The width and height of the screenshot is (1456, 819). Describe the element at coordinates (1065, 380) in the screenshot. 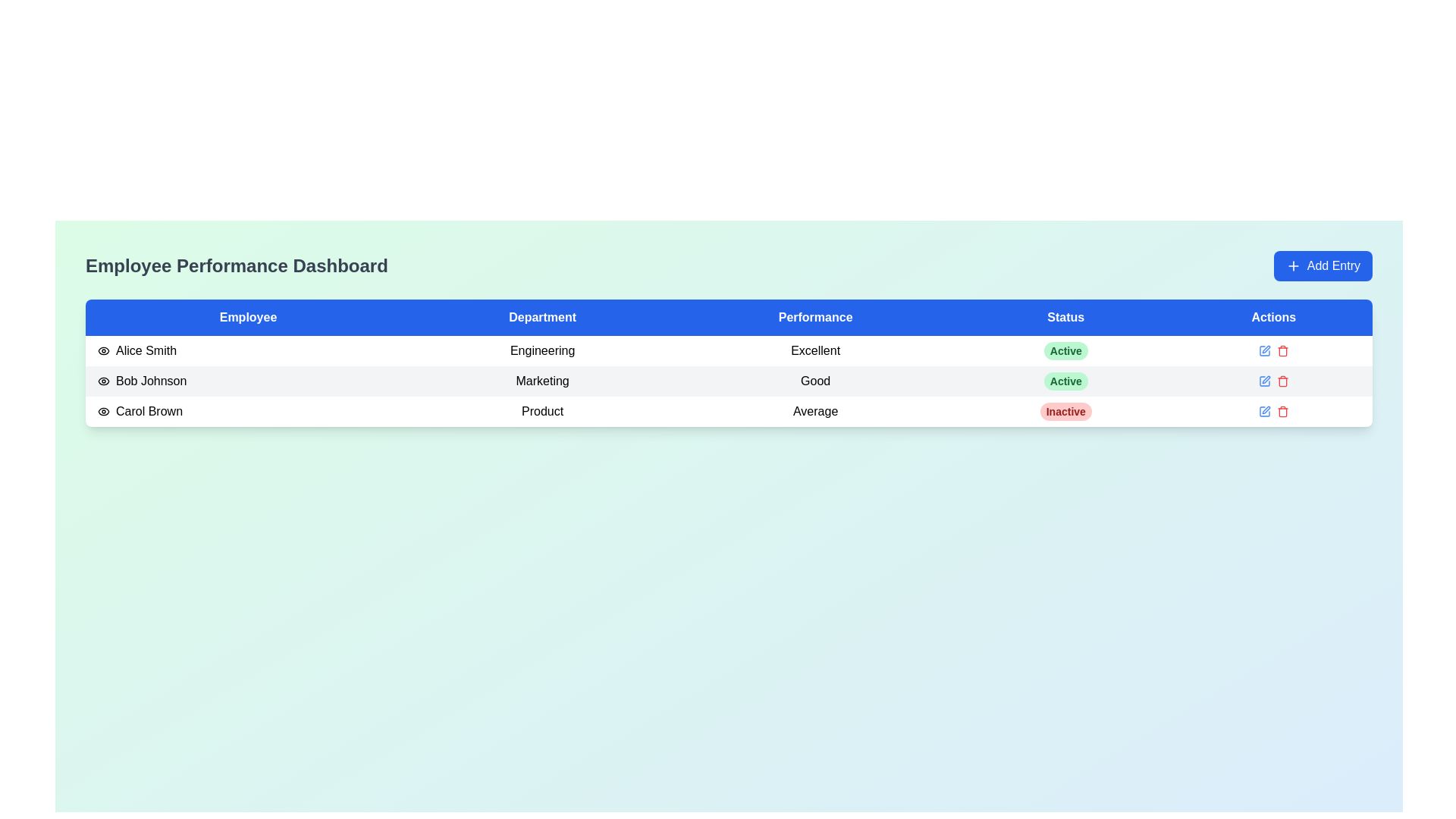

I see `the 'Active' status label in the fourth column of the second row of the user data table, which corresponds to 'Bob Johnson'` at that location.